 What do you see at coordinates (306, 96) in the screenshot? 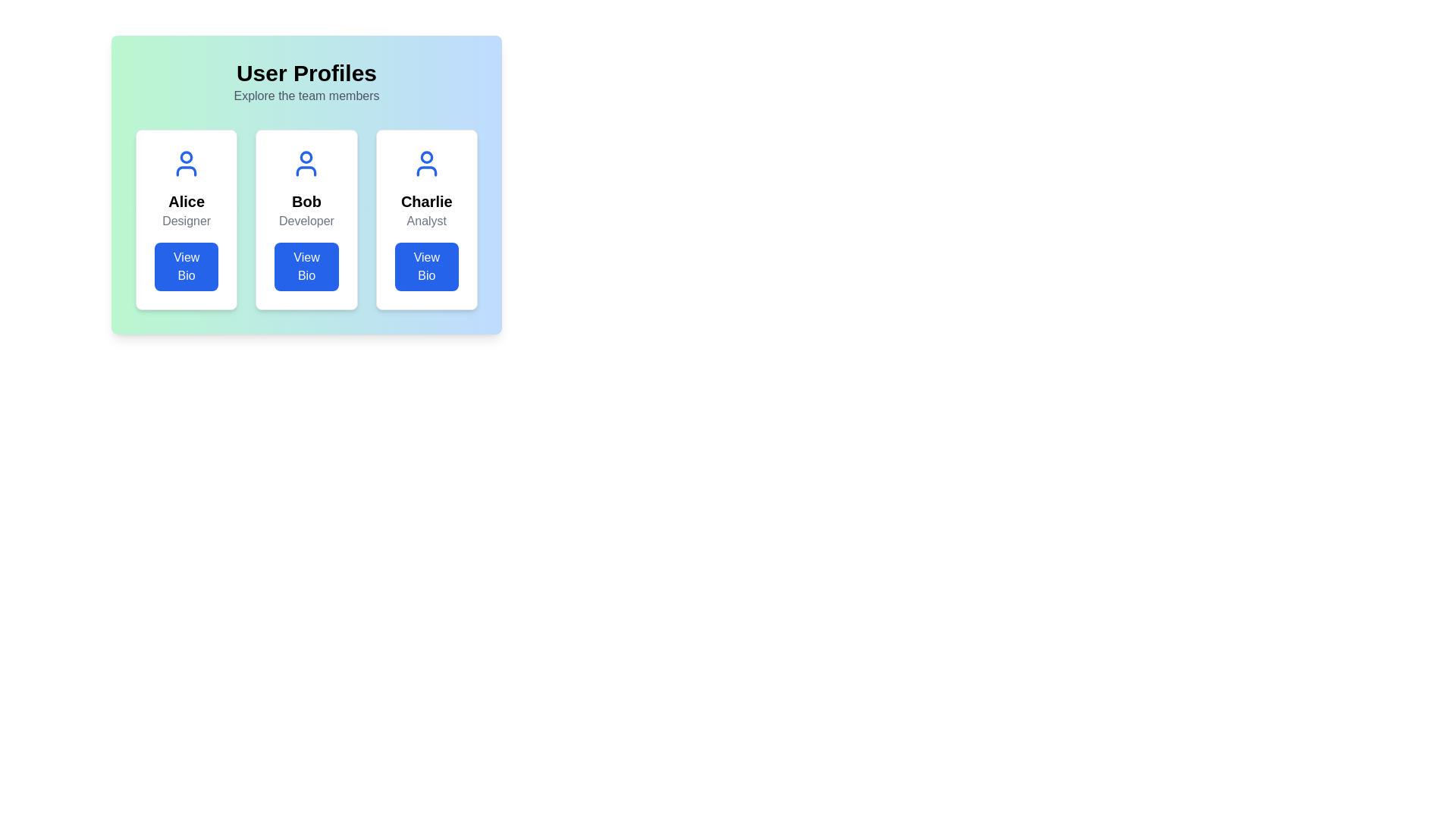
I see `the text label stating 'Explore the team members', which is positioned centrally beneath the 'User Profiles' heading` at bounding box center [306, 96].